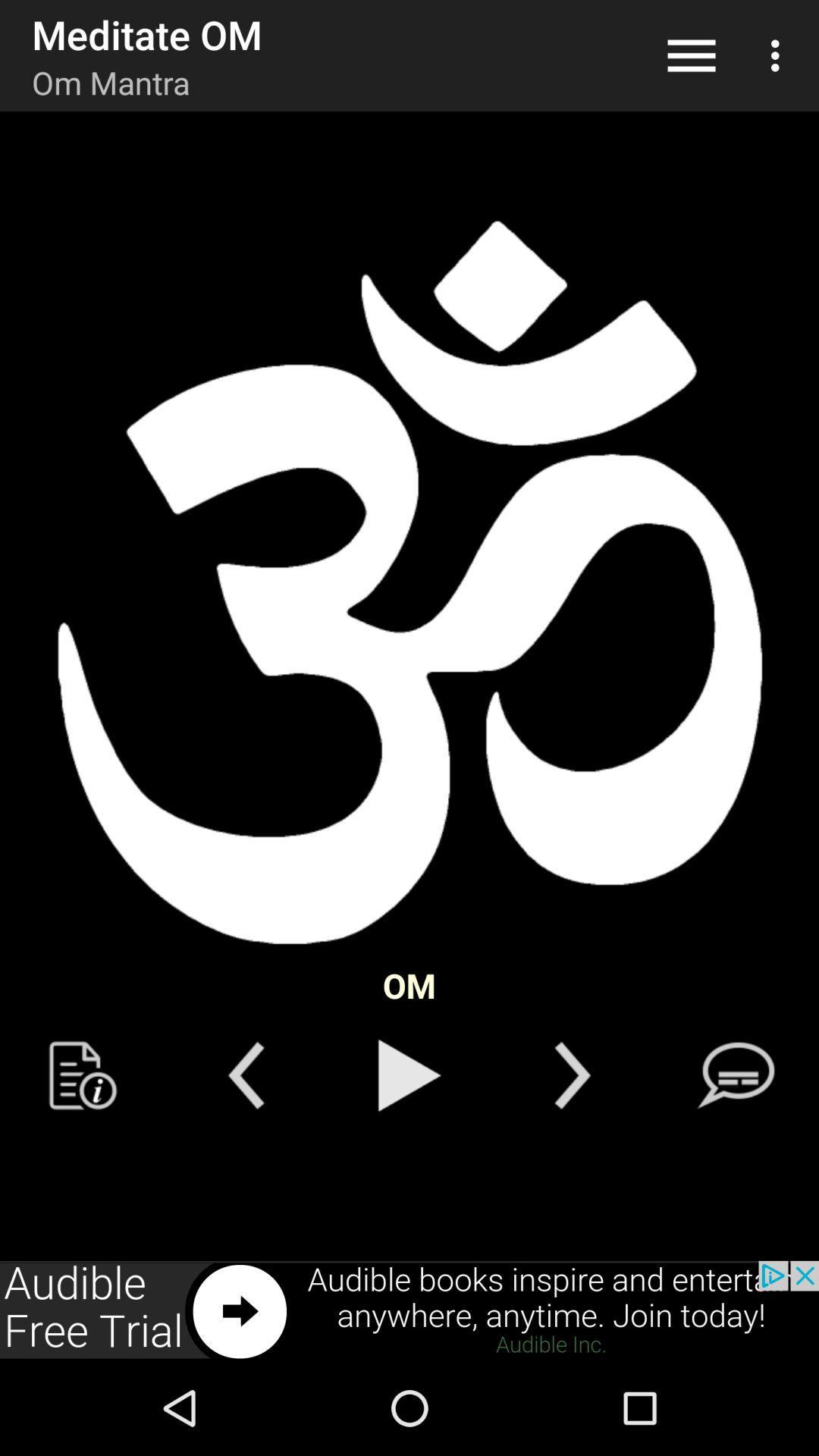  What do you see at coordinates (409, 582) in the screenshot?
I see `god symbol` at bounding box center [409, 582].